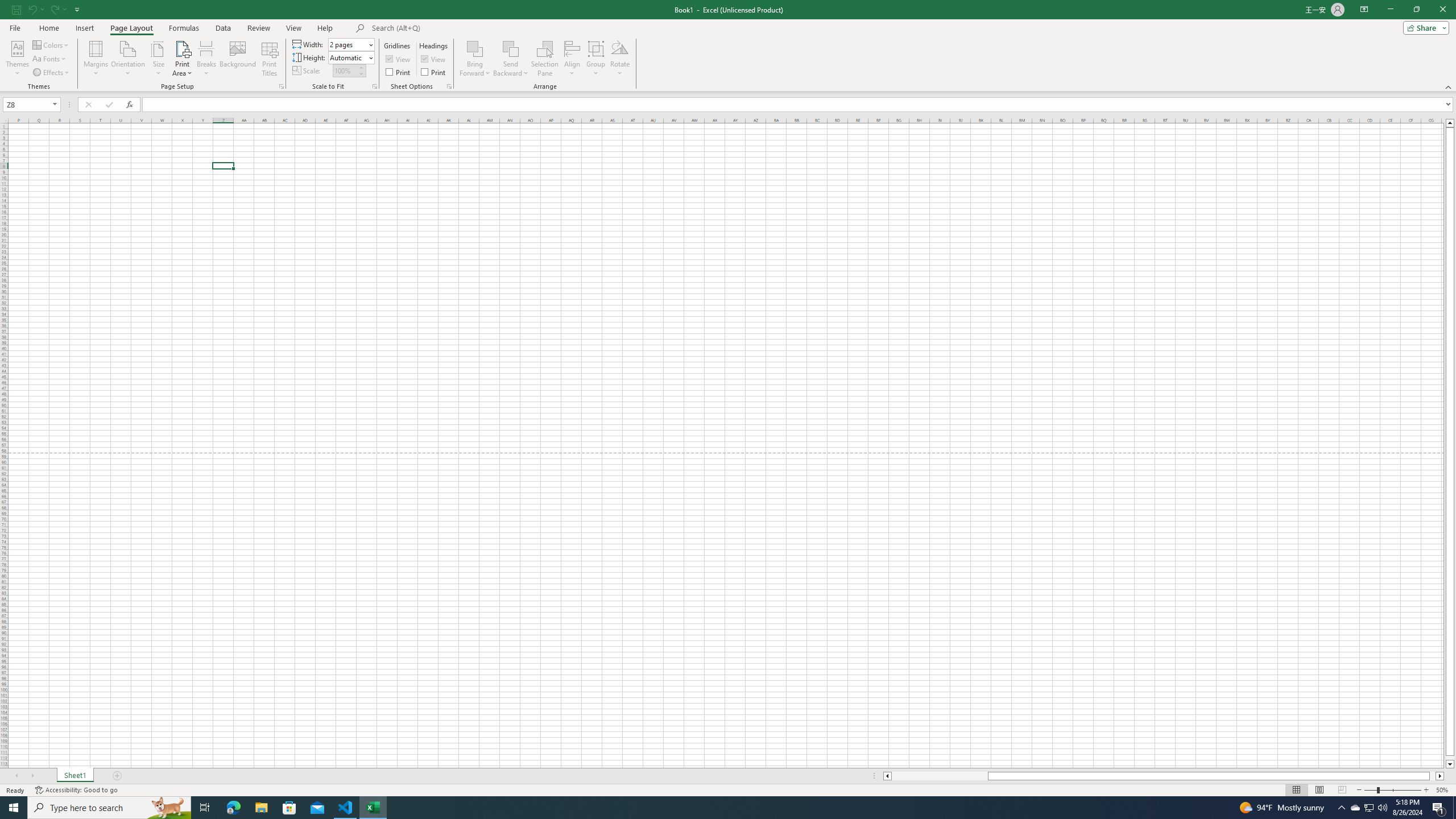  I want to click on 'Less', so click(360, 73).